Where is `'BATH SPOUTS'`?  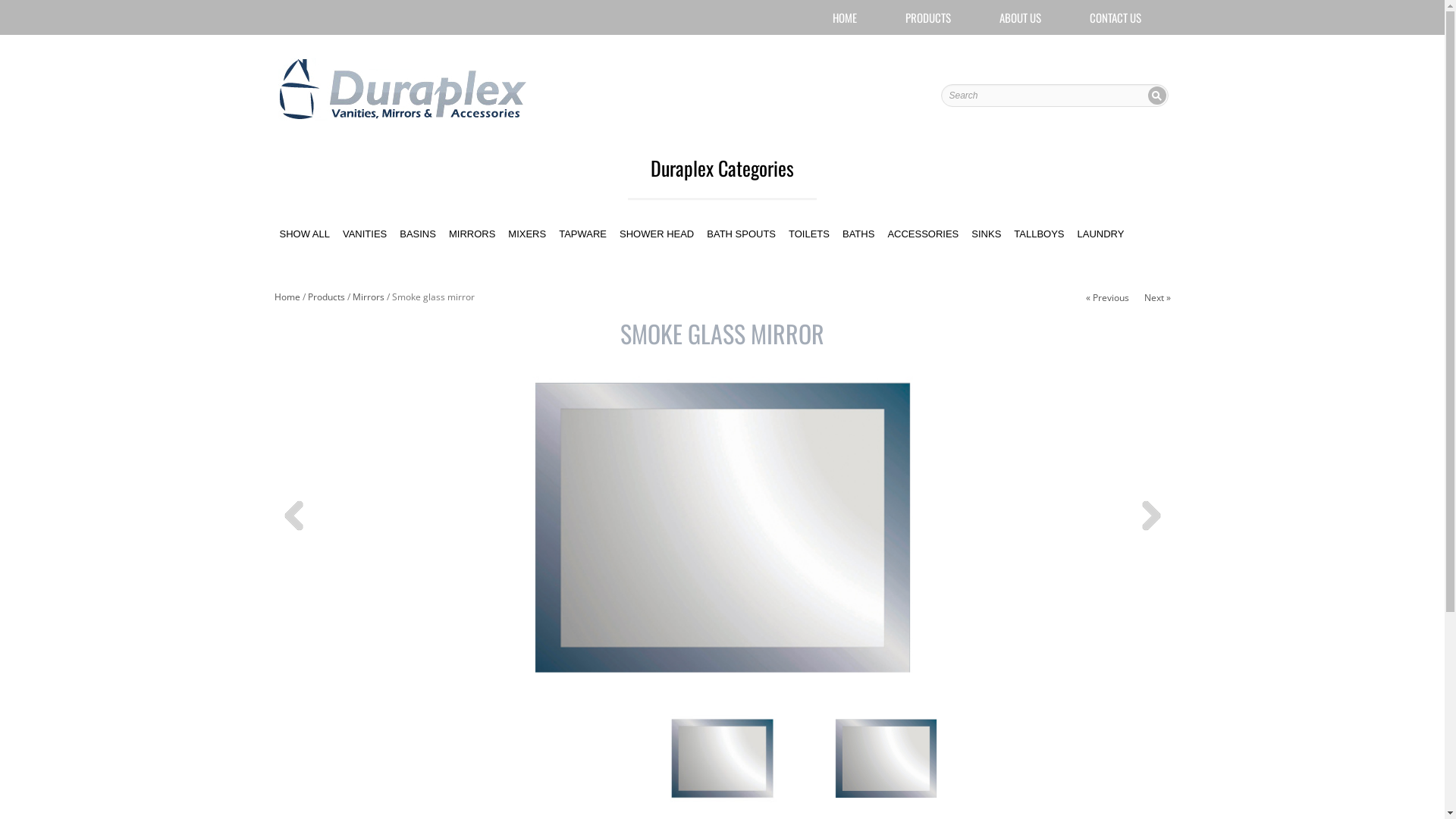 'BATH SPOUTS' is located at coordinates (741, 233).